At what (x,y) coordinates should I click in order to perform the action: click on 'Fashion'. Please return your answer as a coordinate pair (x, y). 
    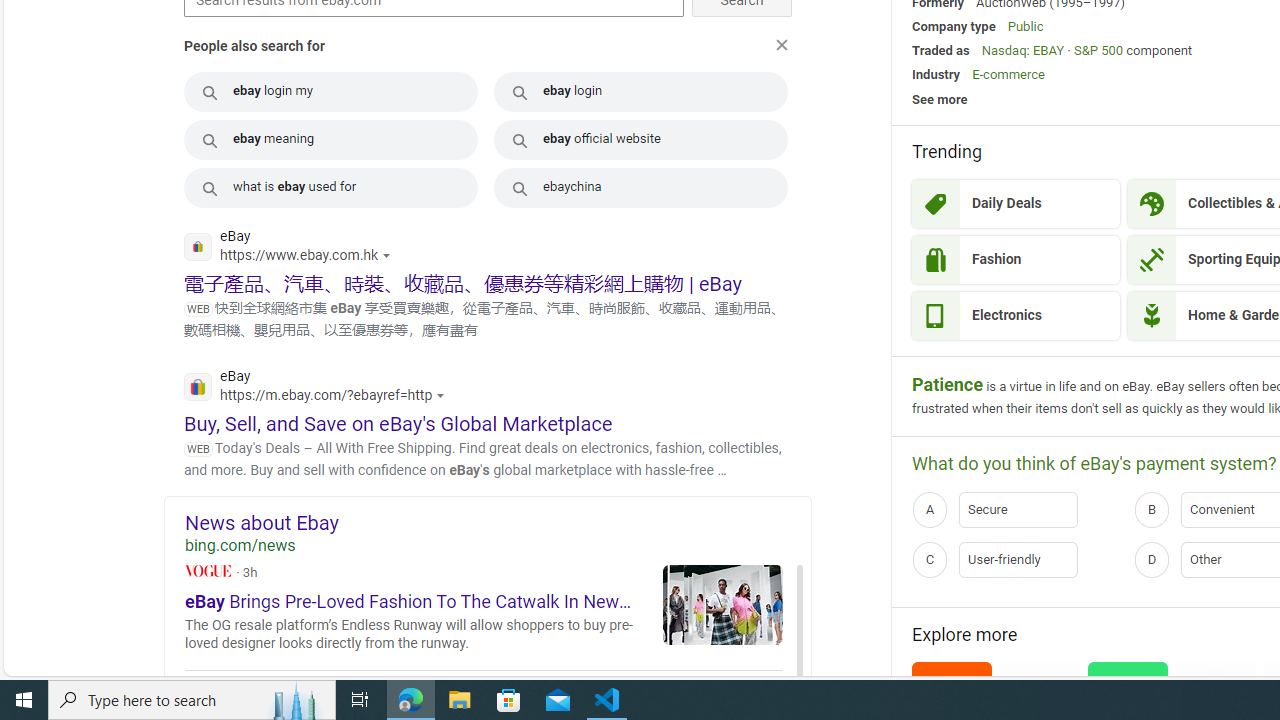
    Looking at the image, I should click on (1015, 258).